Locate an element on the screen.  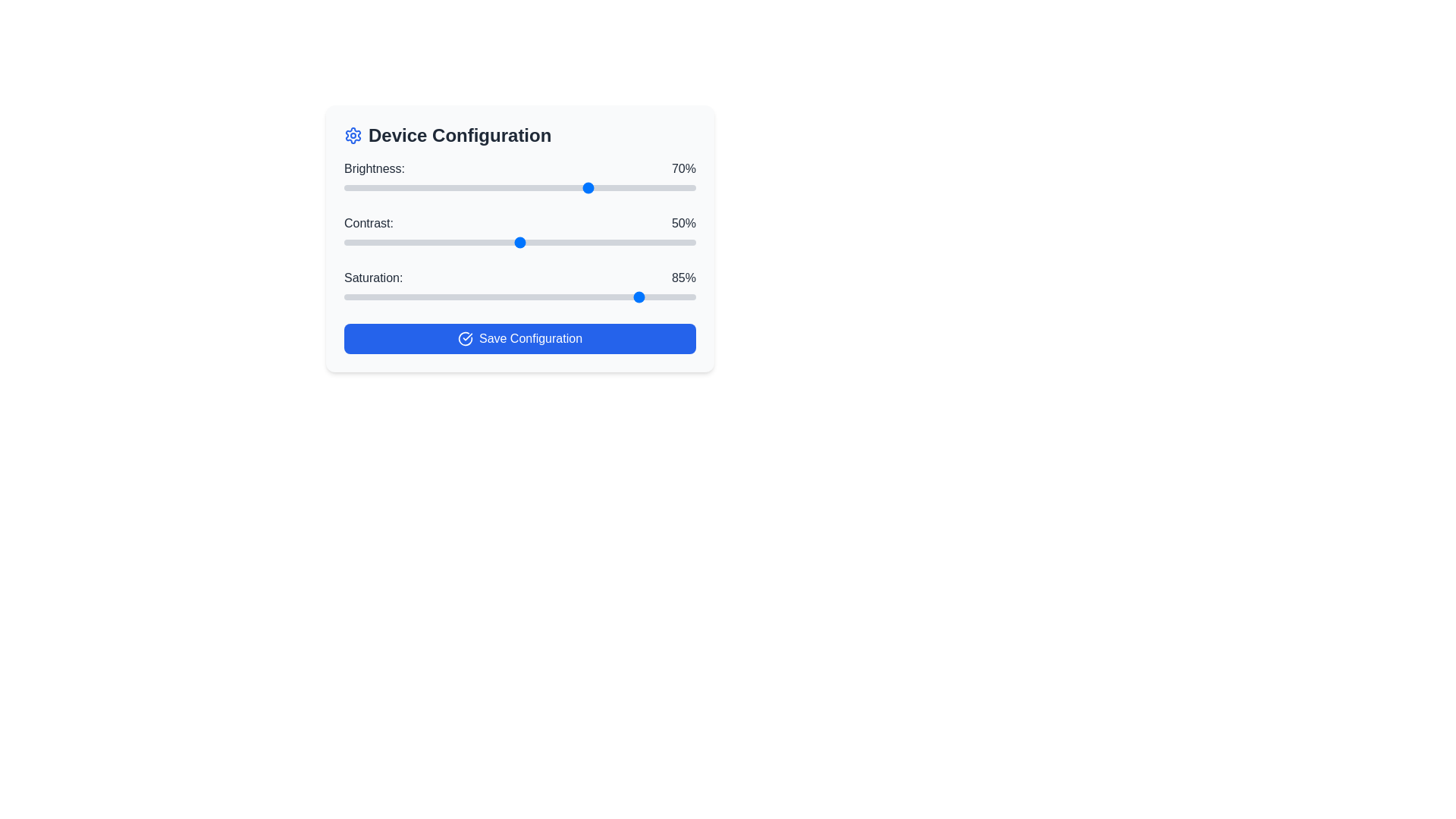
saturation is located at coordinates (681, 297).